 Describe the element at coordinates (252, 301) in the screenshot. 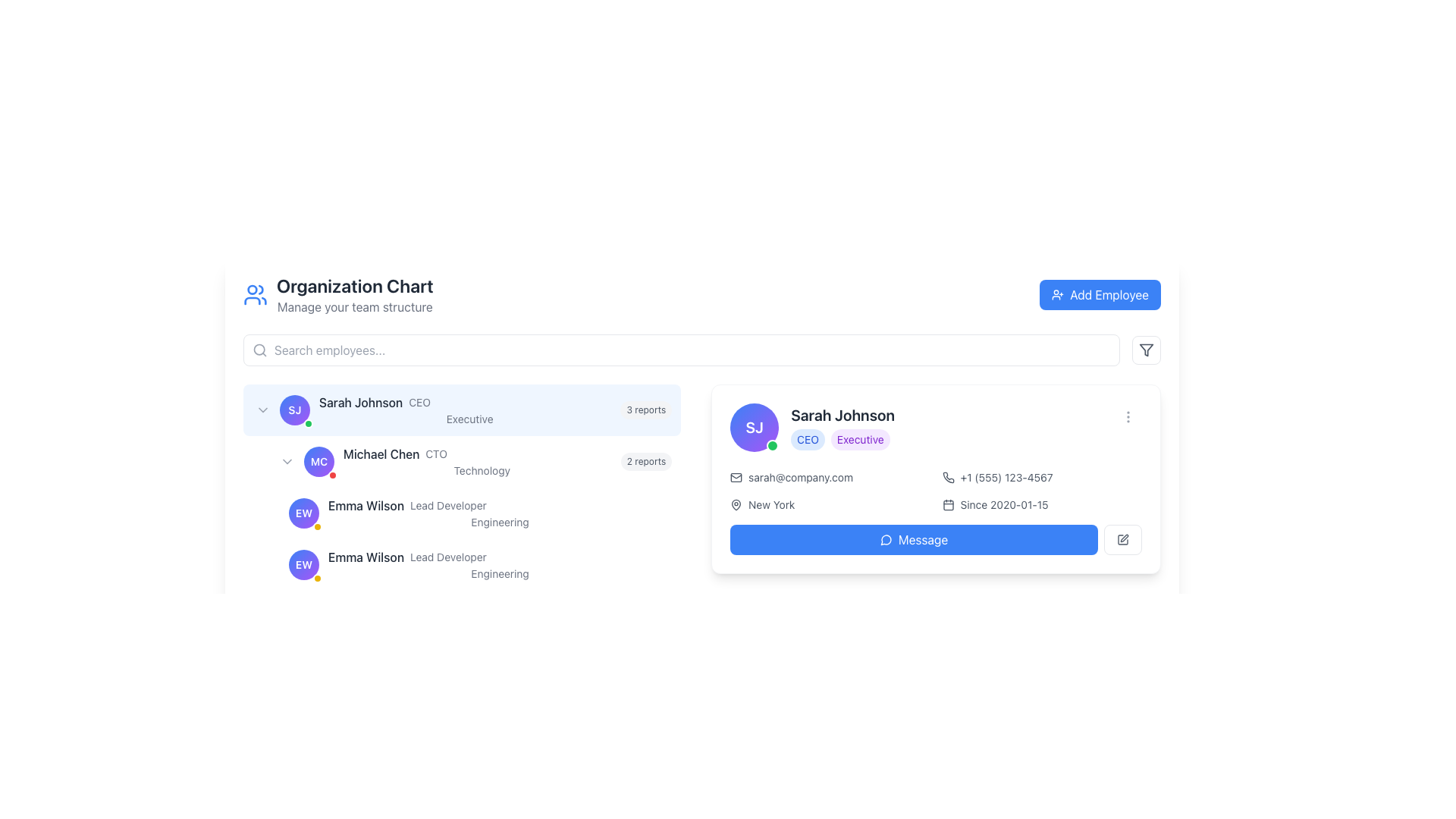

I see `Vector component within the SVG that contributes to the user-related functionalities icon, located in the middle of the icon near the header text` at that location.